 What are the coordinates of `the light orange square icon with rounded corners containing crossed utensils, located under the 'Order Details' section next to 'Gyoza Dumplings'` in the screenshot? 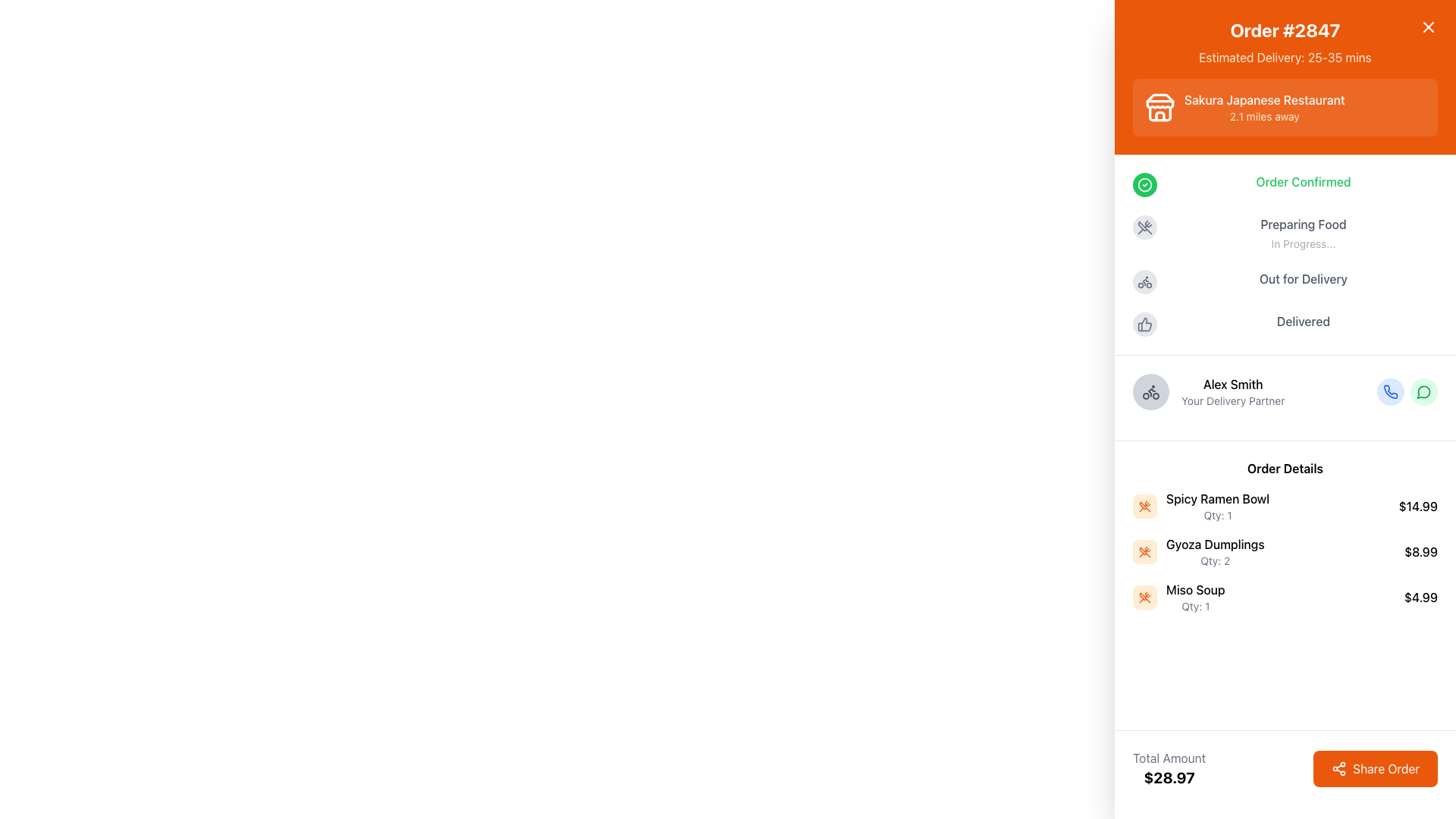 It's located at (1145, 552).